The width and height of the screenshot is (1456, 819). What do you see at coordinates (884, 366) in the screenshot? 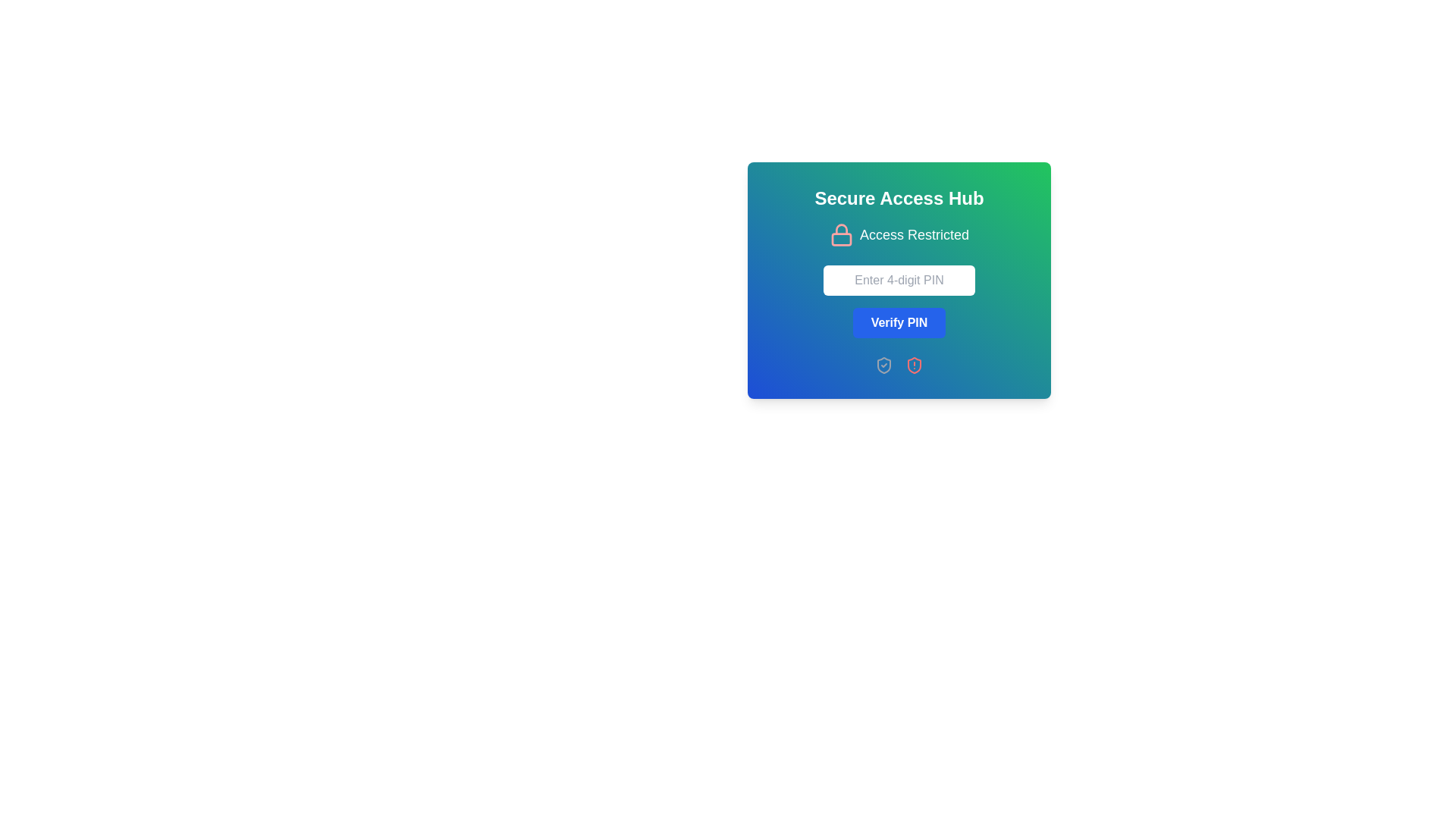
I see `the shield-shaped icon located in the lower center section of the card interface` at bounding box center [884, 366].